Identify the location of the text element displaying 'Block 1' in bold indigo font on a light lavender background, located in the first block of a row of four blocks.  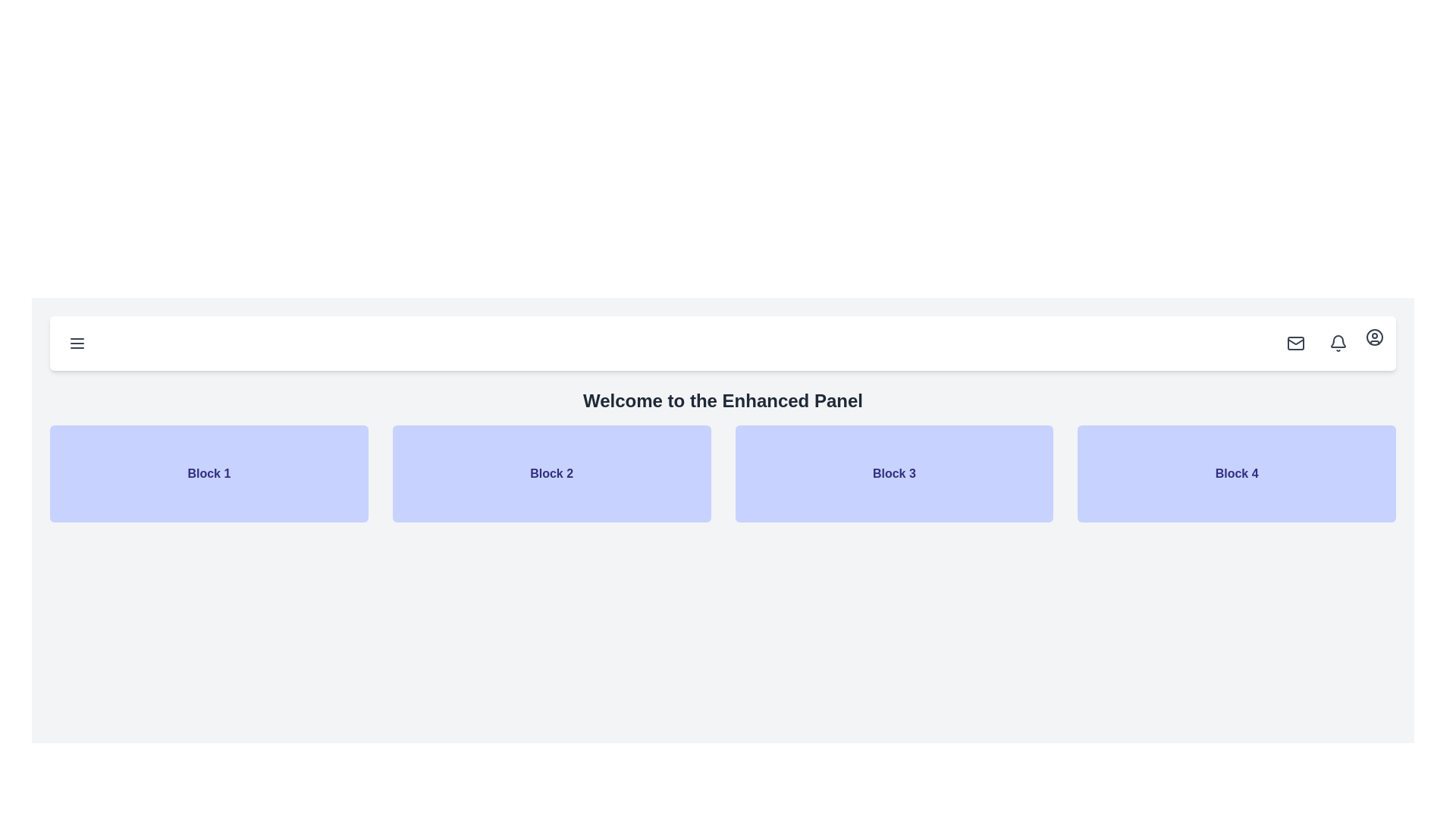
(208, 472).